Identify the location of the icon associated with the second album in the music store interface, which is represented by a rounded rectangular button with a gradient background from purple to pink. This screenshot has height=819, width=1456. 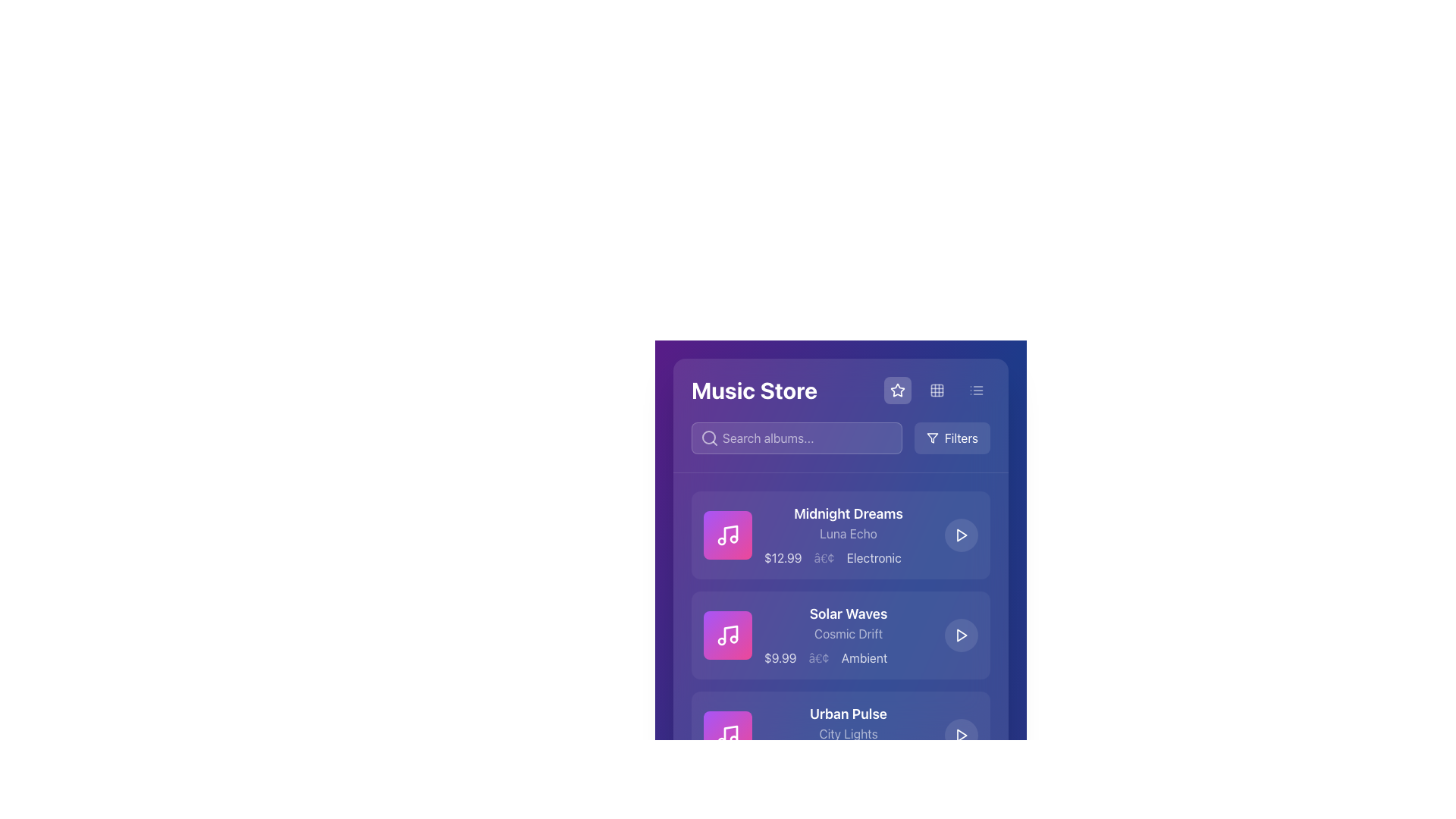
(728, 635).